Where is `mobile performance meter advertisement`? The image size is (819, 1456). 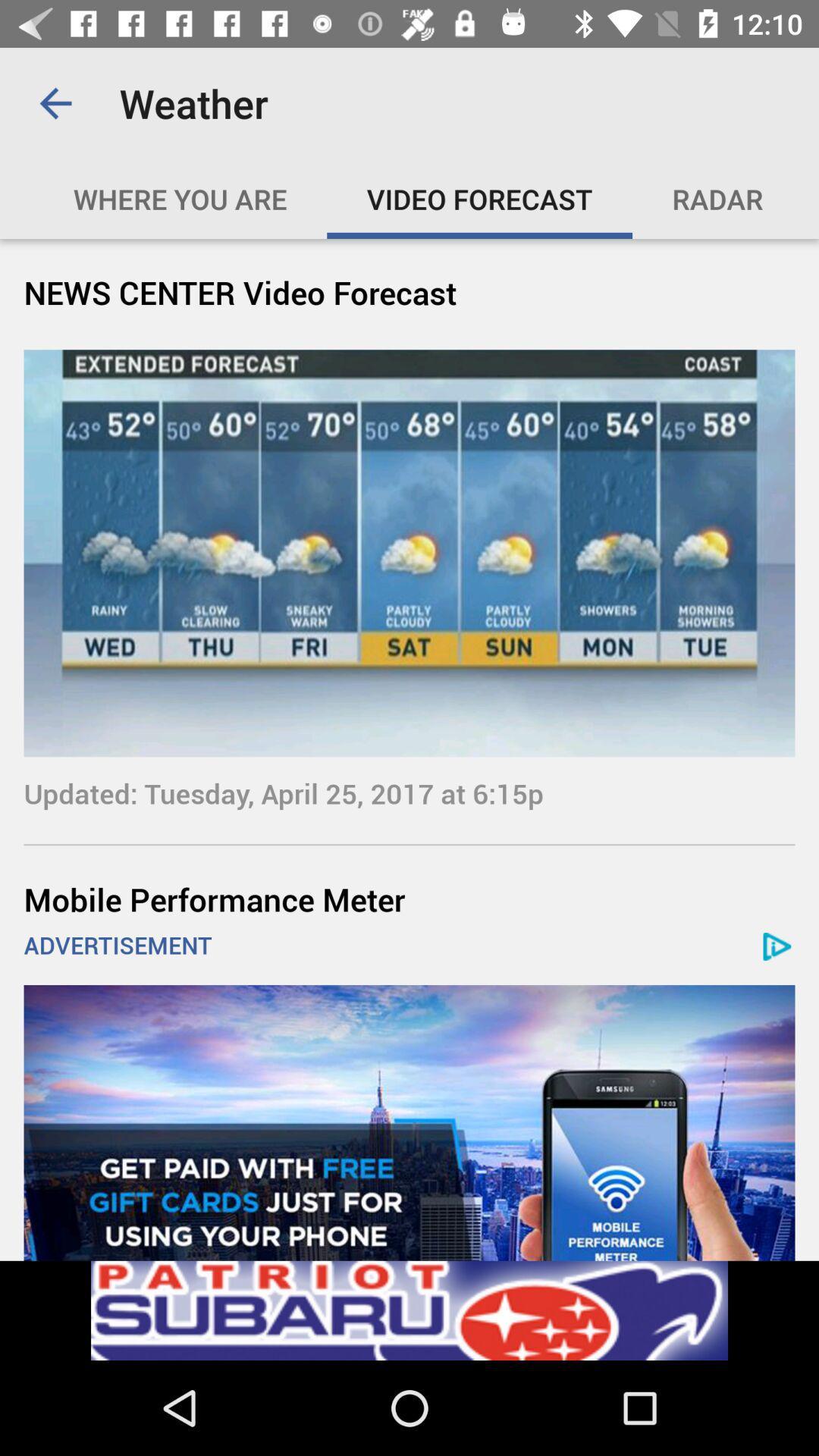
mobile performance meter advertisement is located at coordinates (409, 1122).